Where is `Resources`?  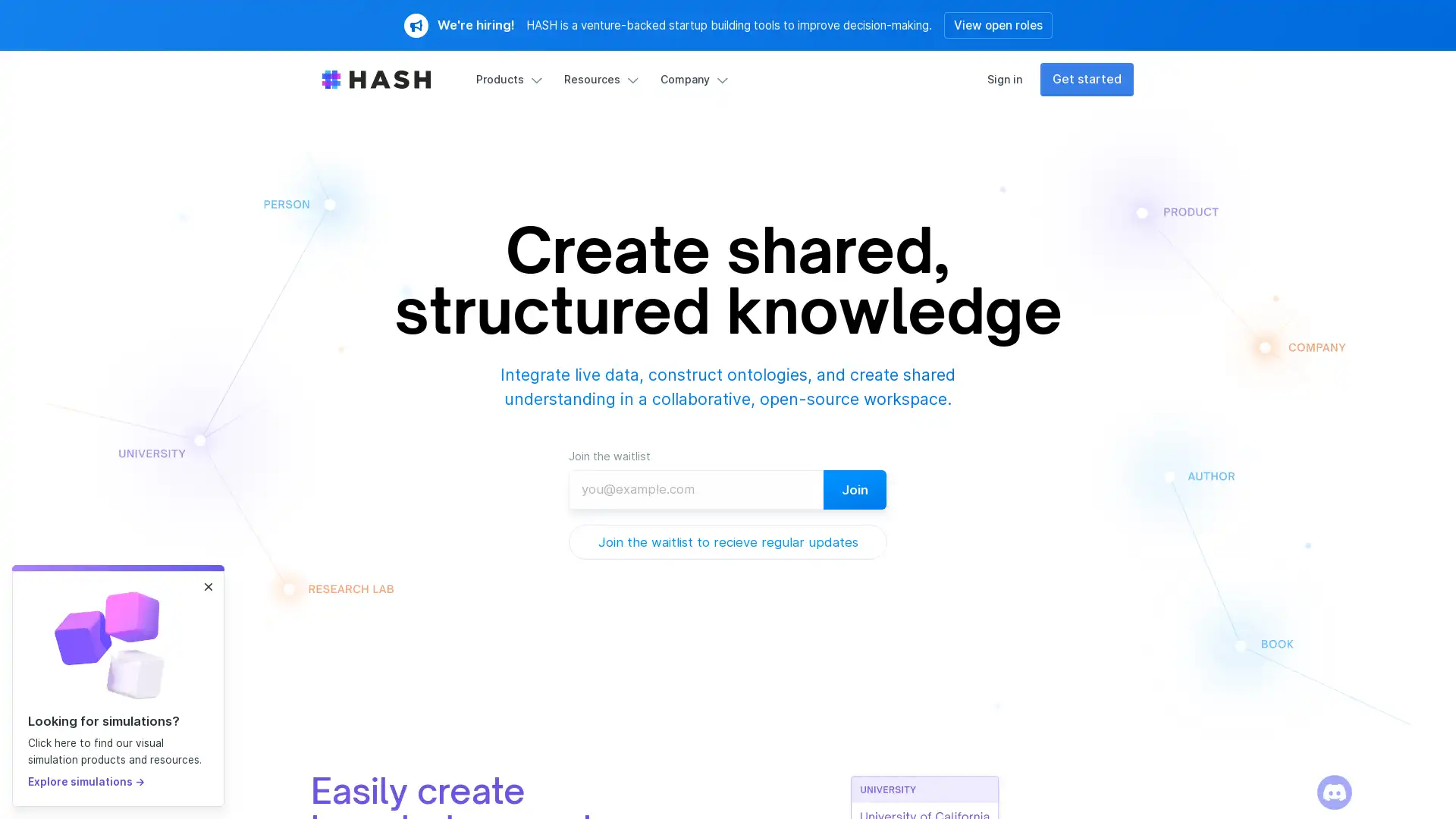 Resources is located at coordinates (598, 79).